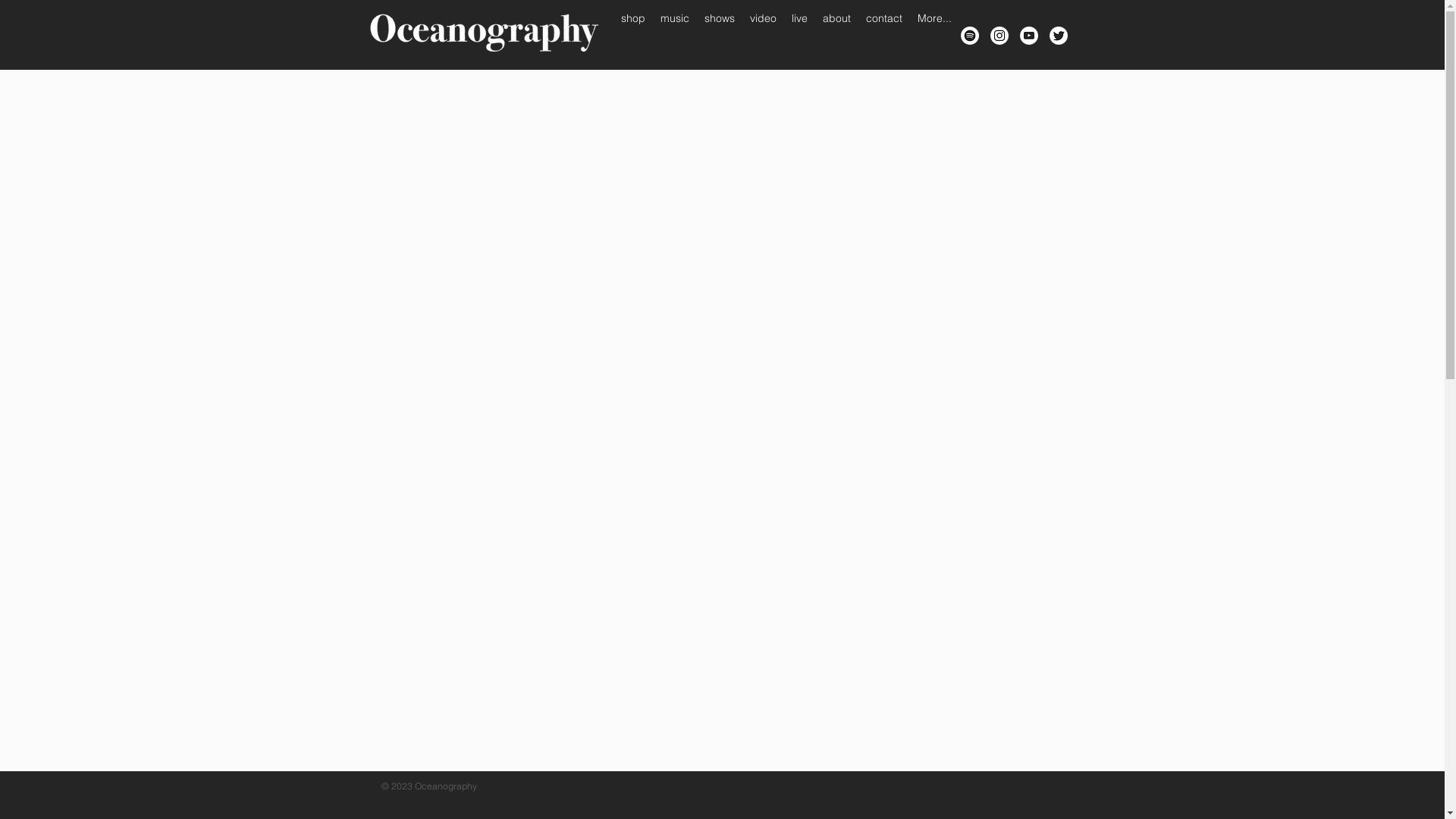 Image resolution: width=1456 pixels, height=819 pixels. I want to click on 'live', so click(783, 34).